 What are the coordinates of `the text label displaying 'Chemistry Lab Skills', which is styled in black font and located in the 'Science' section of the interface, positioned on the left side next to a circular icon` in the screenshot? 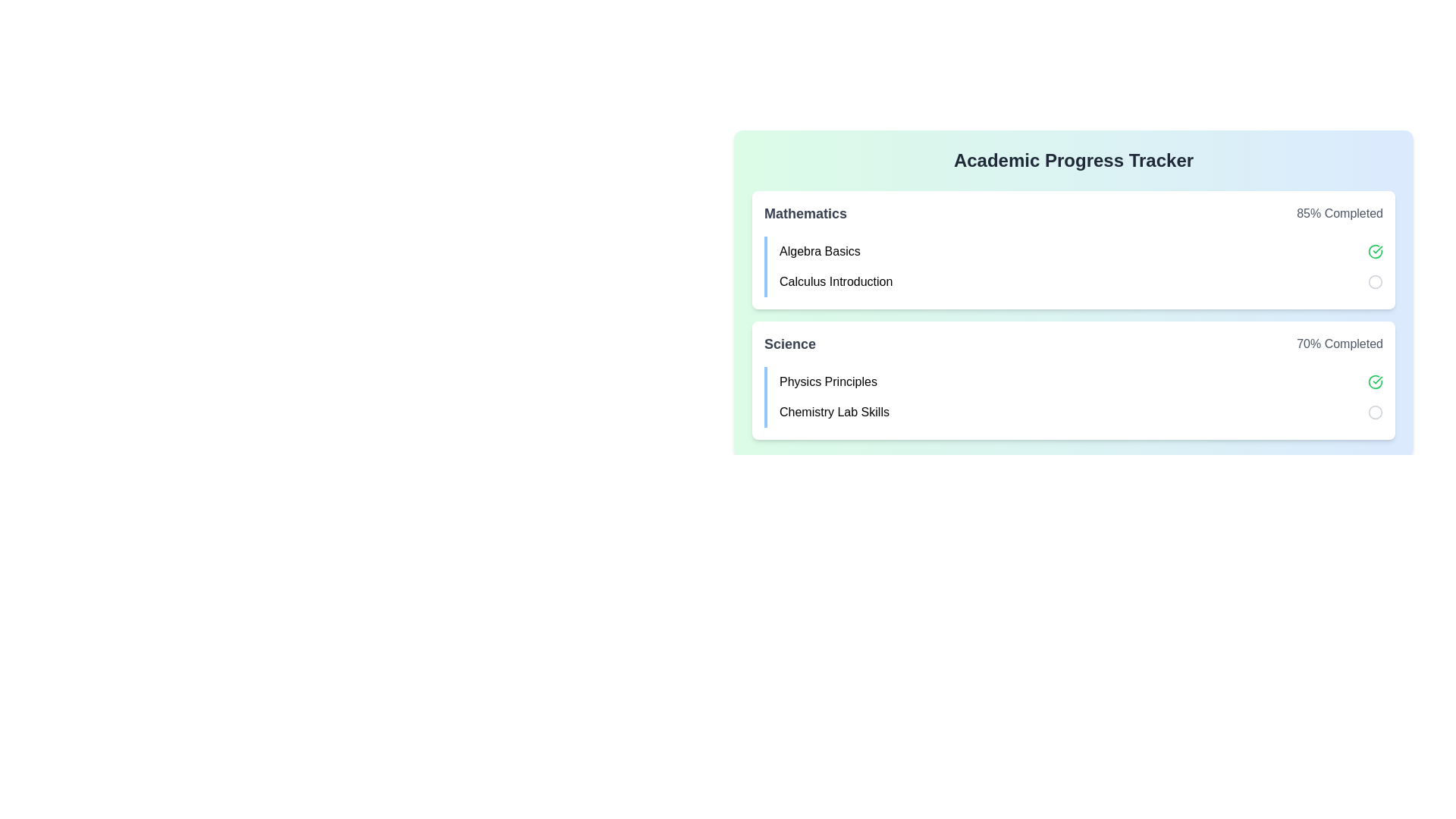 It's located at (833, 412).